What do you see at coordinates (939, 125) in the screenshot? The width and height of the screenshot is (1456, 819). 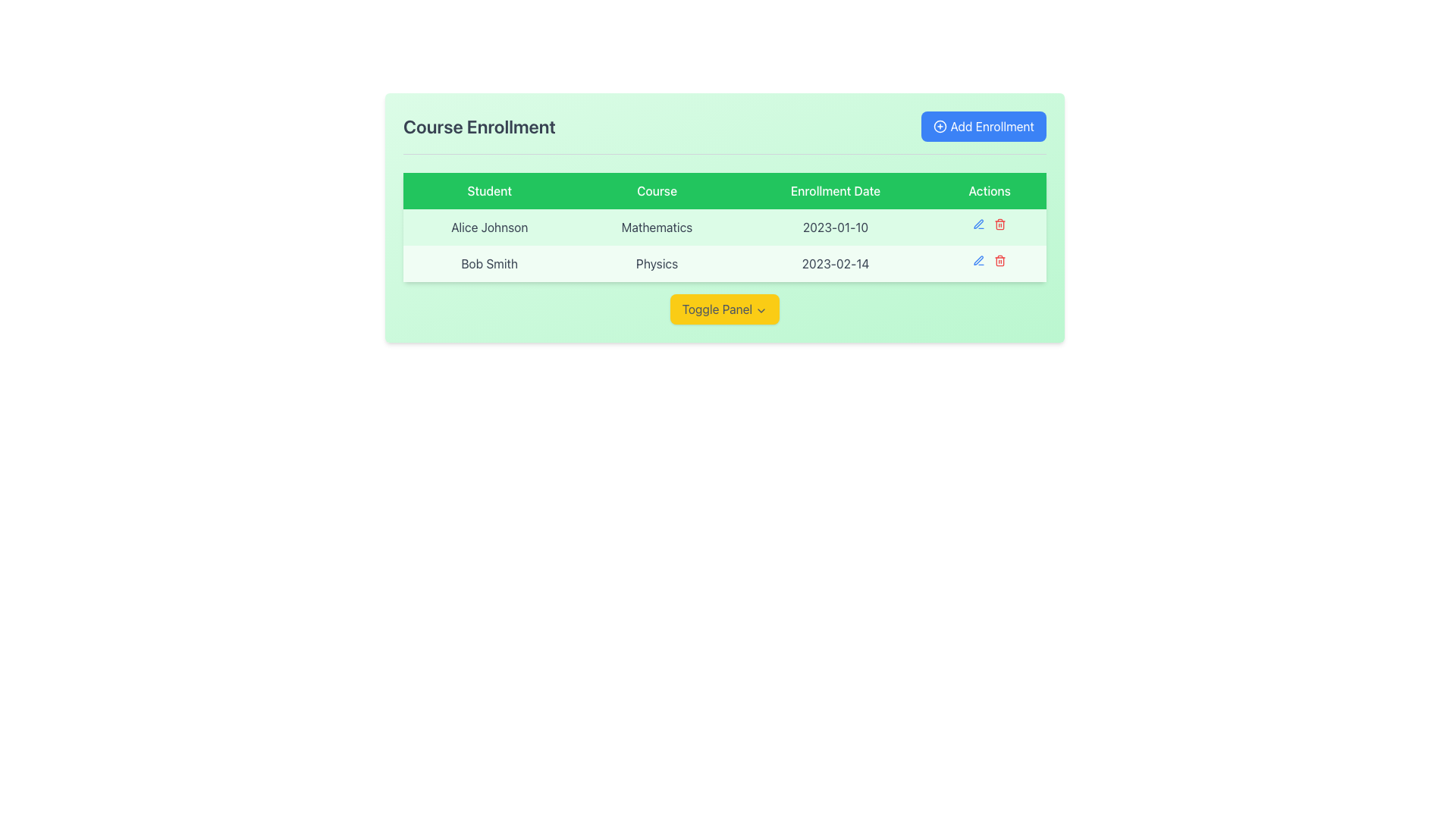 I see `the icon representing the 'Add Enrollment' button, which is located at the leftmost part of the button near the label text 'Add Enrollment'` at bounding box center [939, 125].